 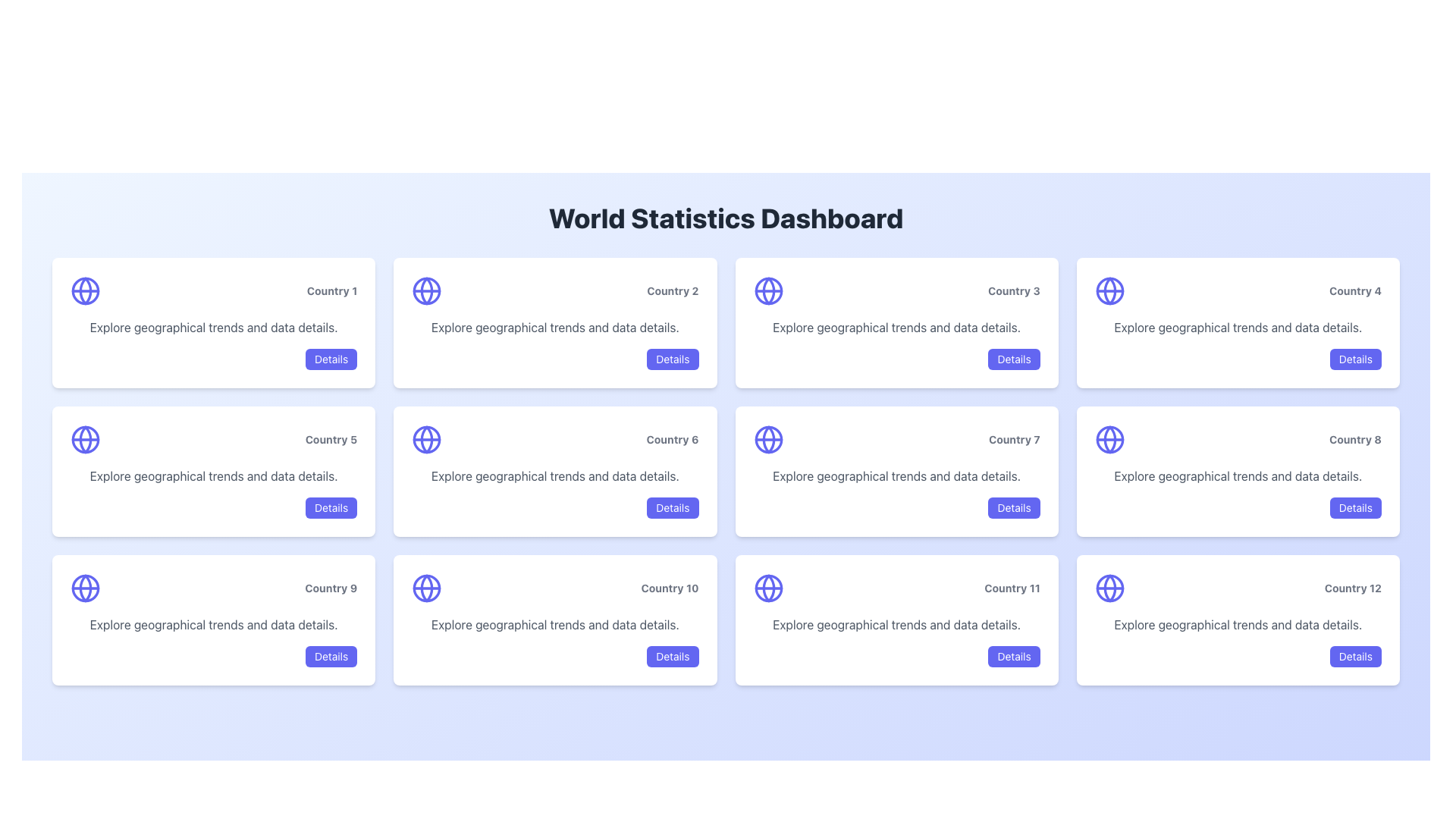 I want to click on the text label indicating 'Country 10' located in the top-right corner of its card, adjacent to a globe icon and above a 'Details' button, so click(x=669, y=587).